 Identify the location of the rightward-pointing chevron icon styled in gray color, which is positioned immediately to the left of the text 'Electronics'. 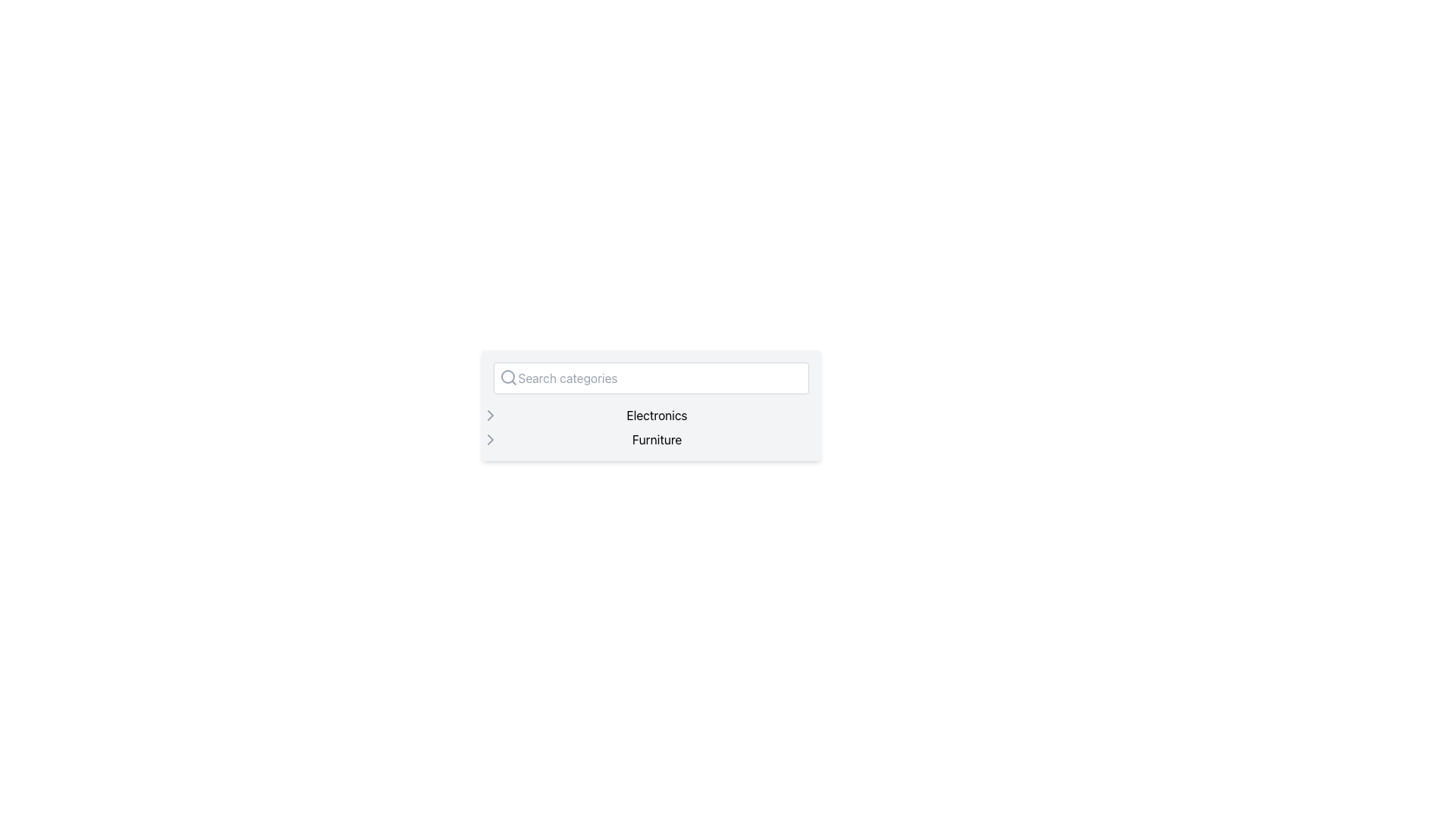
(490, 415).